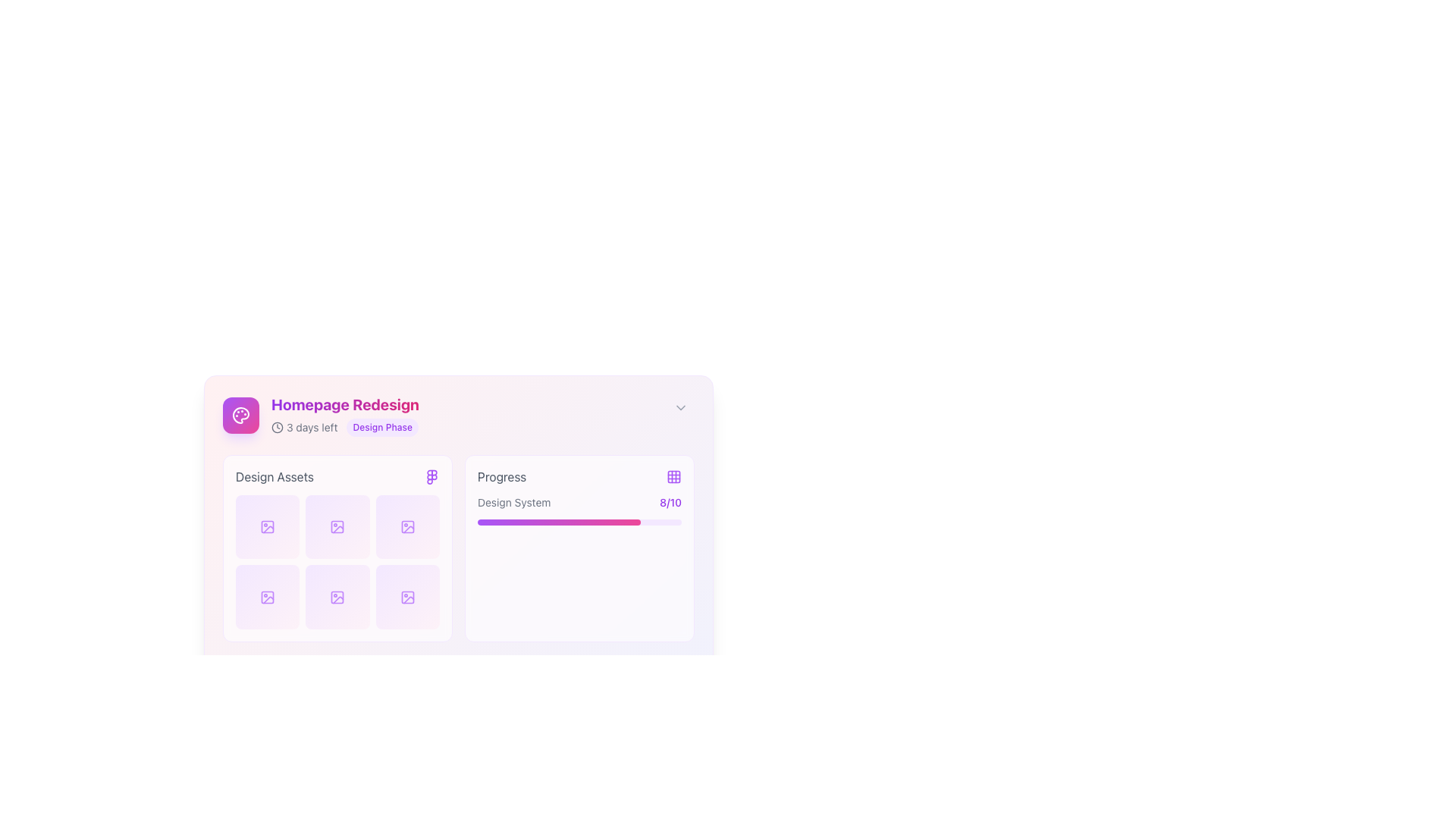  I want to click on the second item, so click(337, 526).